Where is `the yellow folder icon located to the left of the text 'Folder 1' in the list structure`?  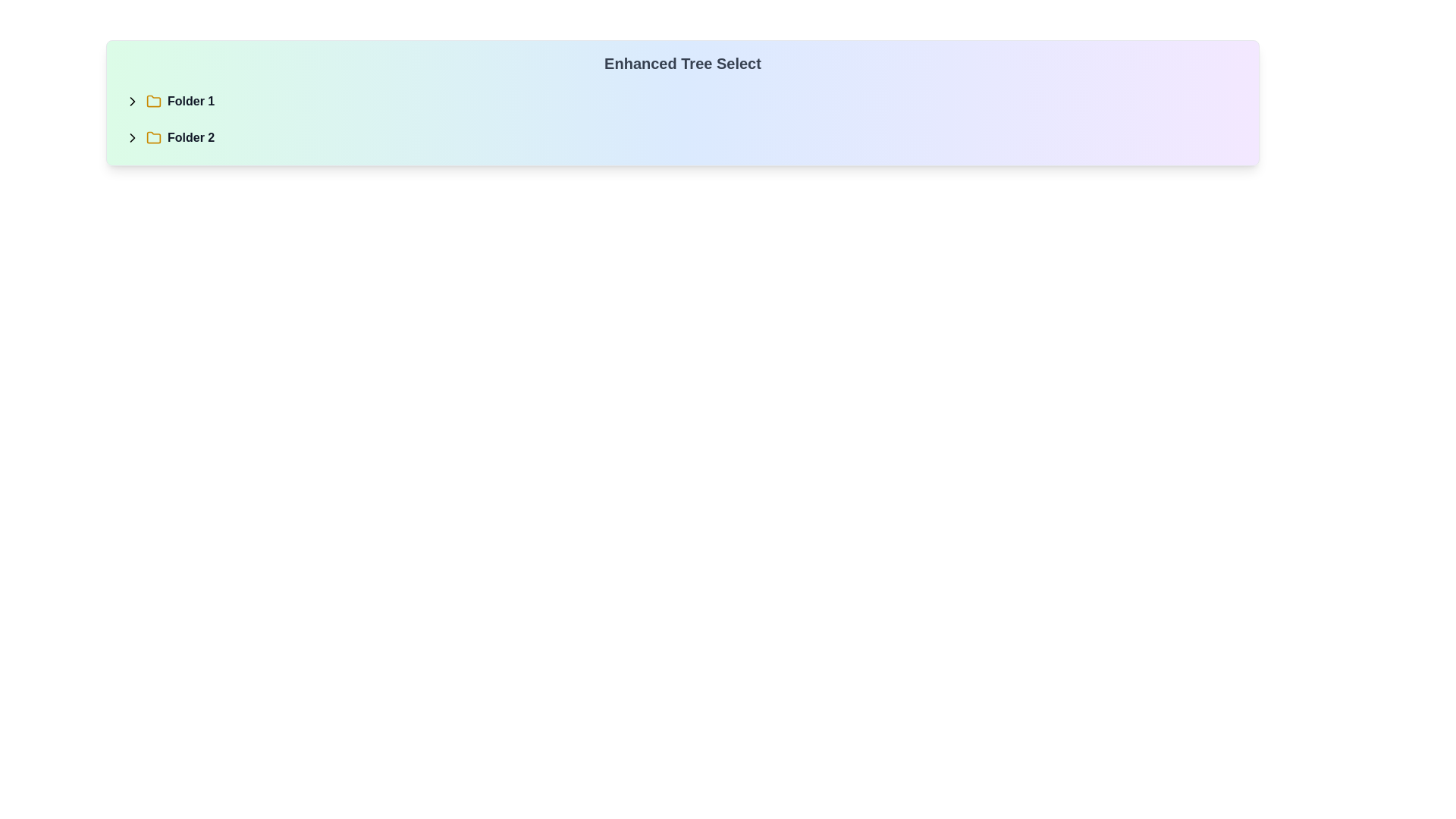
the yellow folder icon located to the left of the text 'Folder 1' in the list structure is located at coordinates (153, 100).